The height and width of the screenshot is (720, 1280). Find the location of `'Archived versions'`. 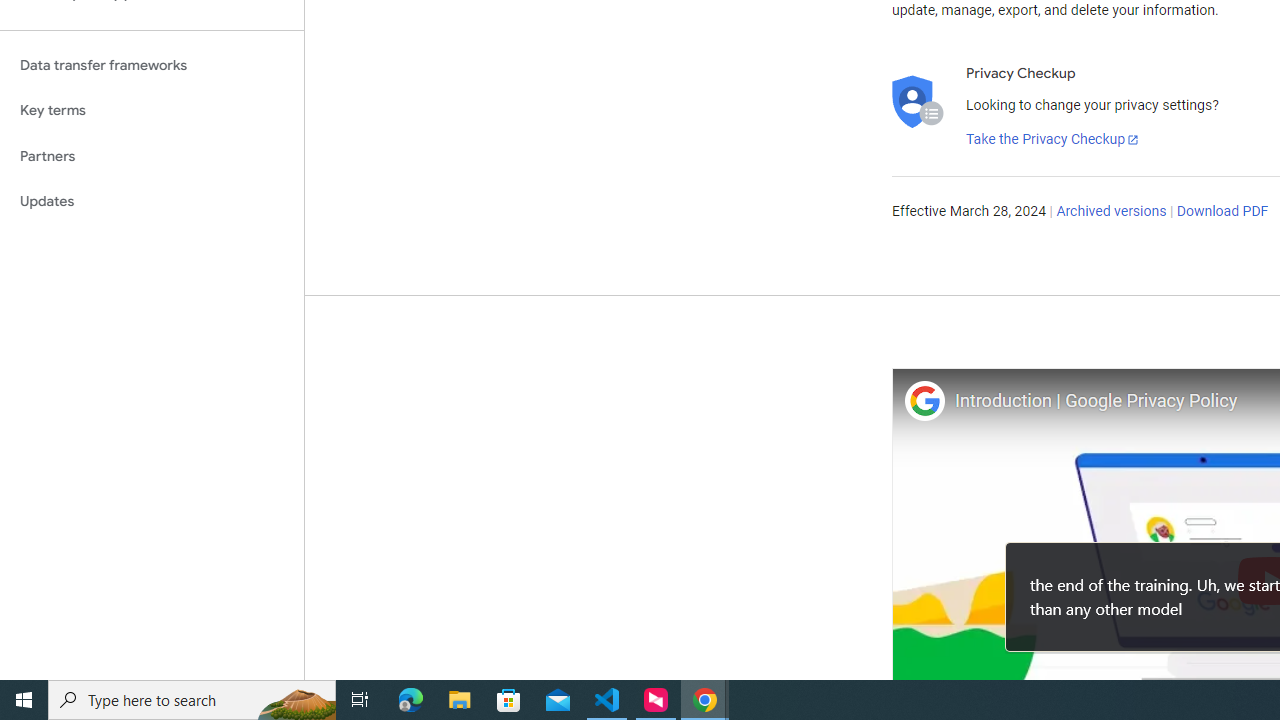

'Archived versions' is located at coordinates (1110, 212).